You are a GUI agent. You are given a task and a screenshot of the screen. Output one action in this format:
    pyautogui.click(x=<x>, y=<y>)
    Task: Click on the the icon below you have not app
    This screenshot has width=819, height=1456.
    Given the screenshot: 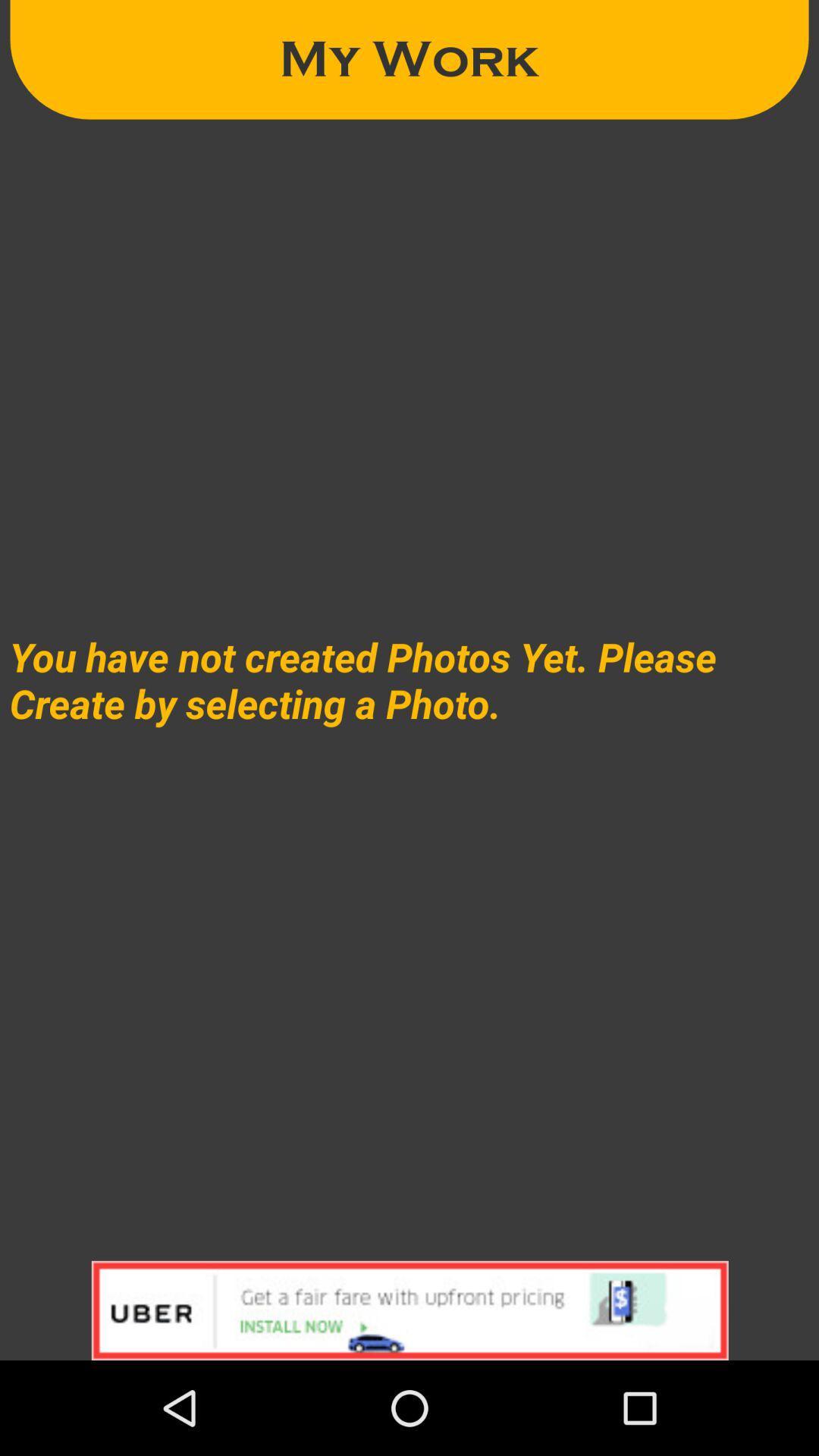 What is the action you would take?
    pyautogui.click(x=409, y=1310)
    